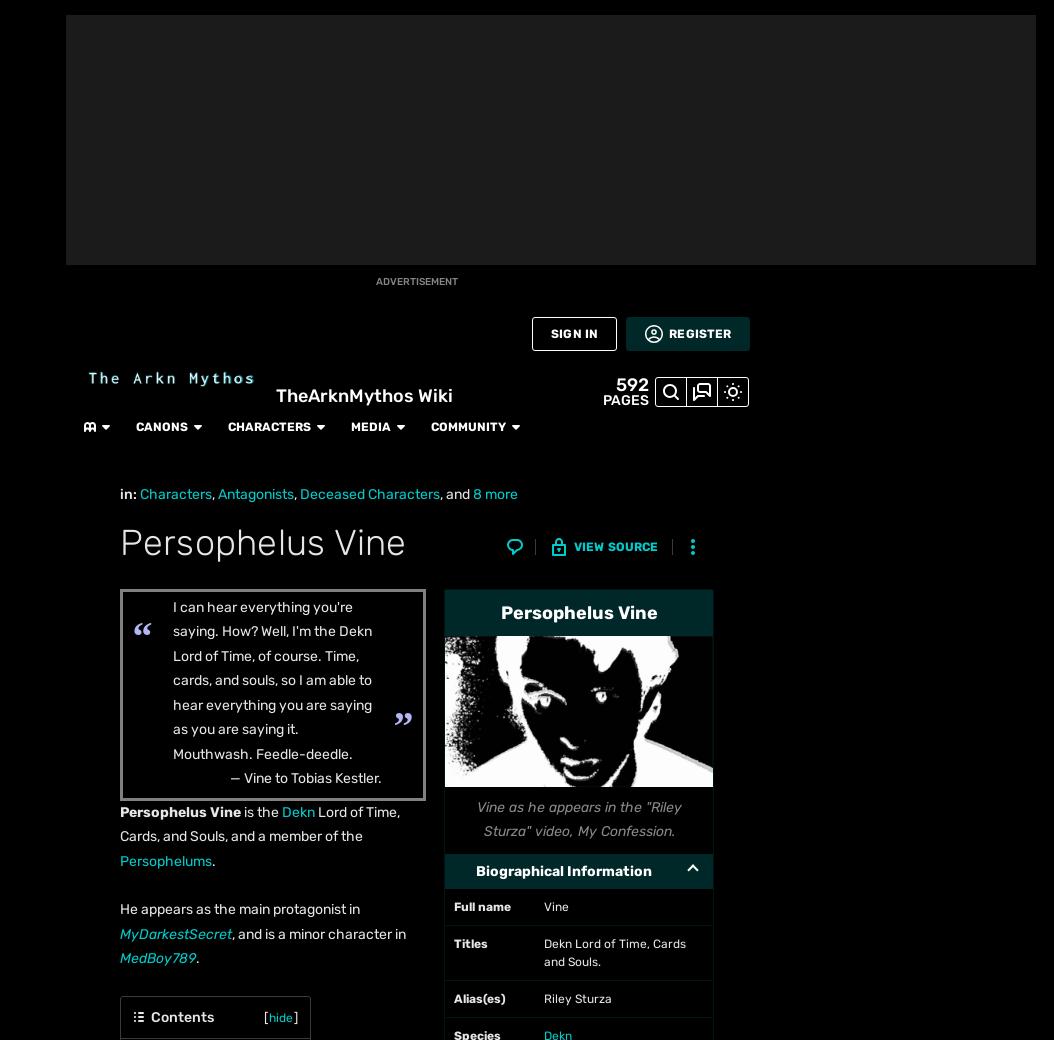  I want to click on 'BETA', so click(32, 214).